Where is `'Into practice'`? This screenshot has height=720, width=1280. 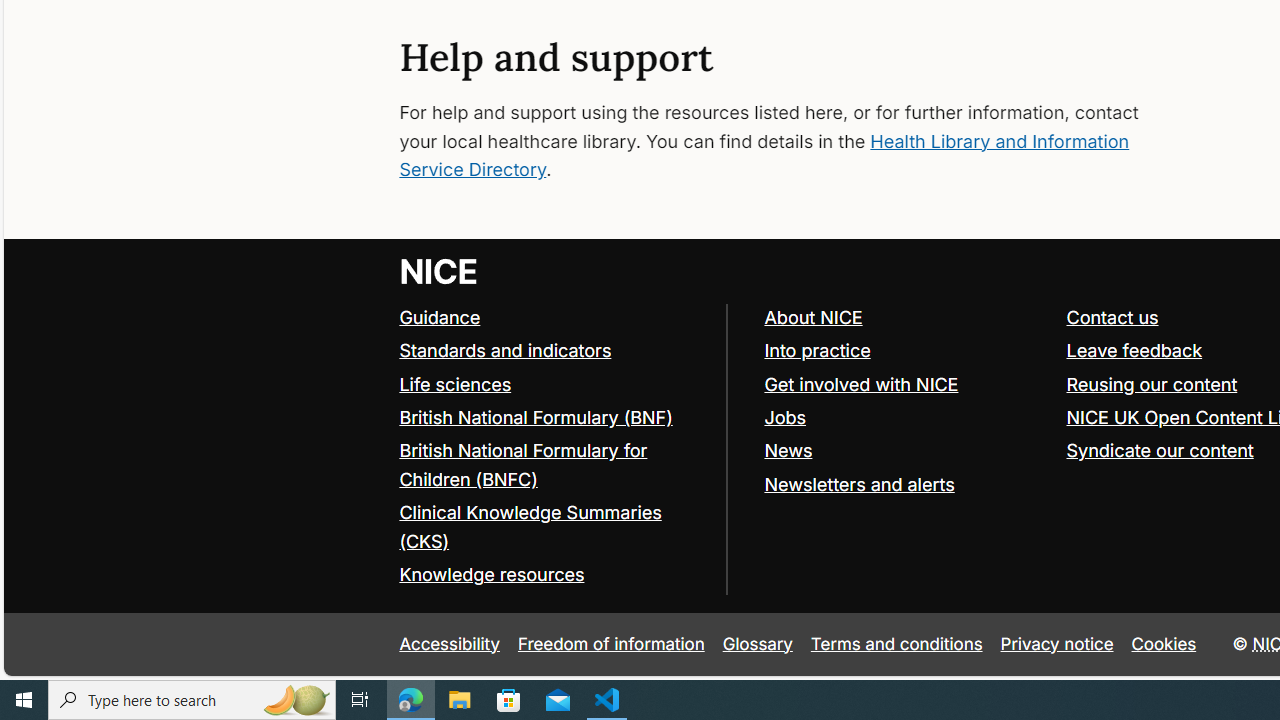 'Into practice' is located at coordinates (817, 350).